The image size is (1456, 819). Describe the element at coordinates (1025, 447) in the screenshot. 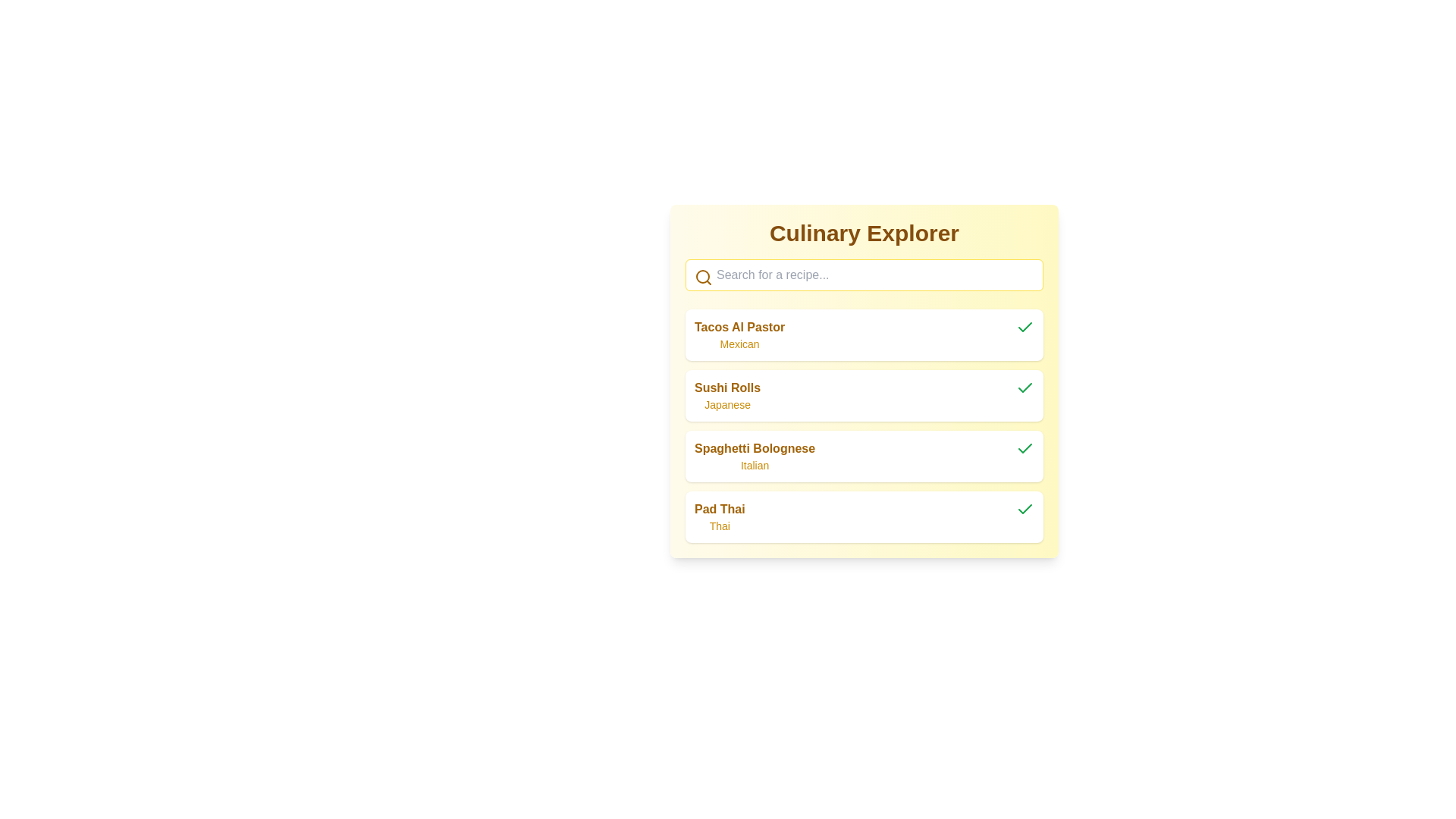

I see `the status of the selected or verified icon for the list item representing 'Spaghetti Bolognese', which is located on the rightmost part of the item` at that location.